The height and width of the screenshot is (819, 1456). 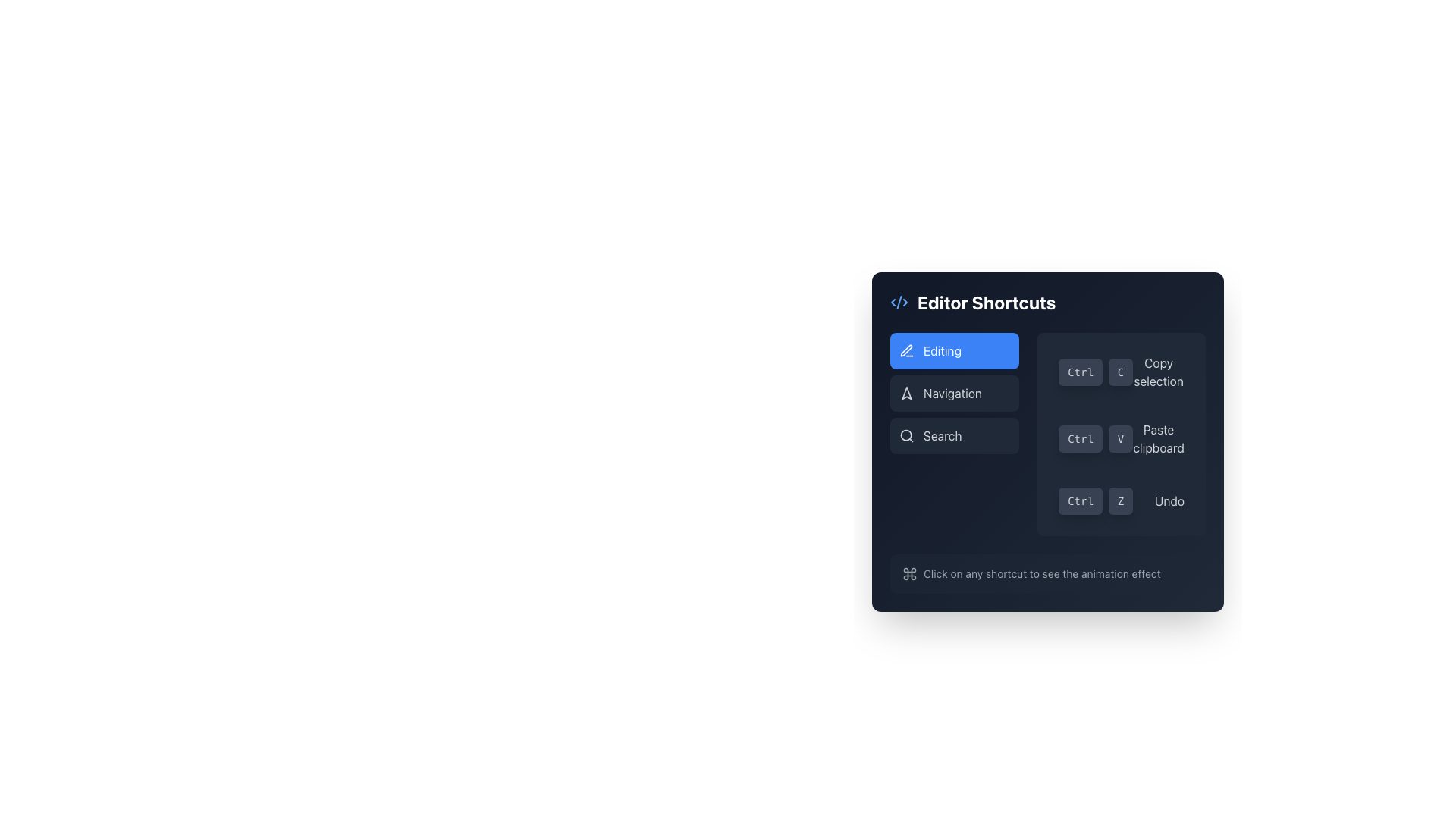 What do you see at coordinates (906, 350) in the screenshot?
I see `the stylized pen icon located within the circular blue icon in the top-left corner of the 'Editor Shortcuts' panel` at bounding box center [906, 350].